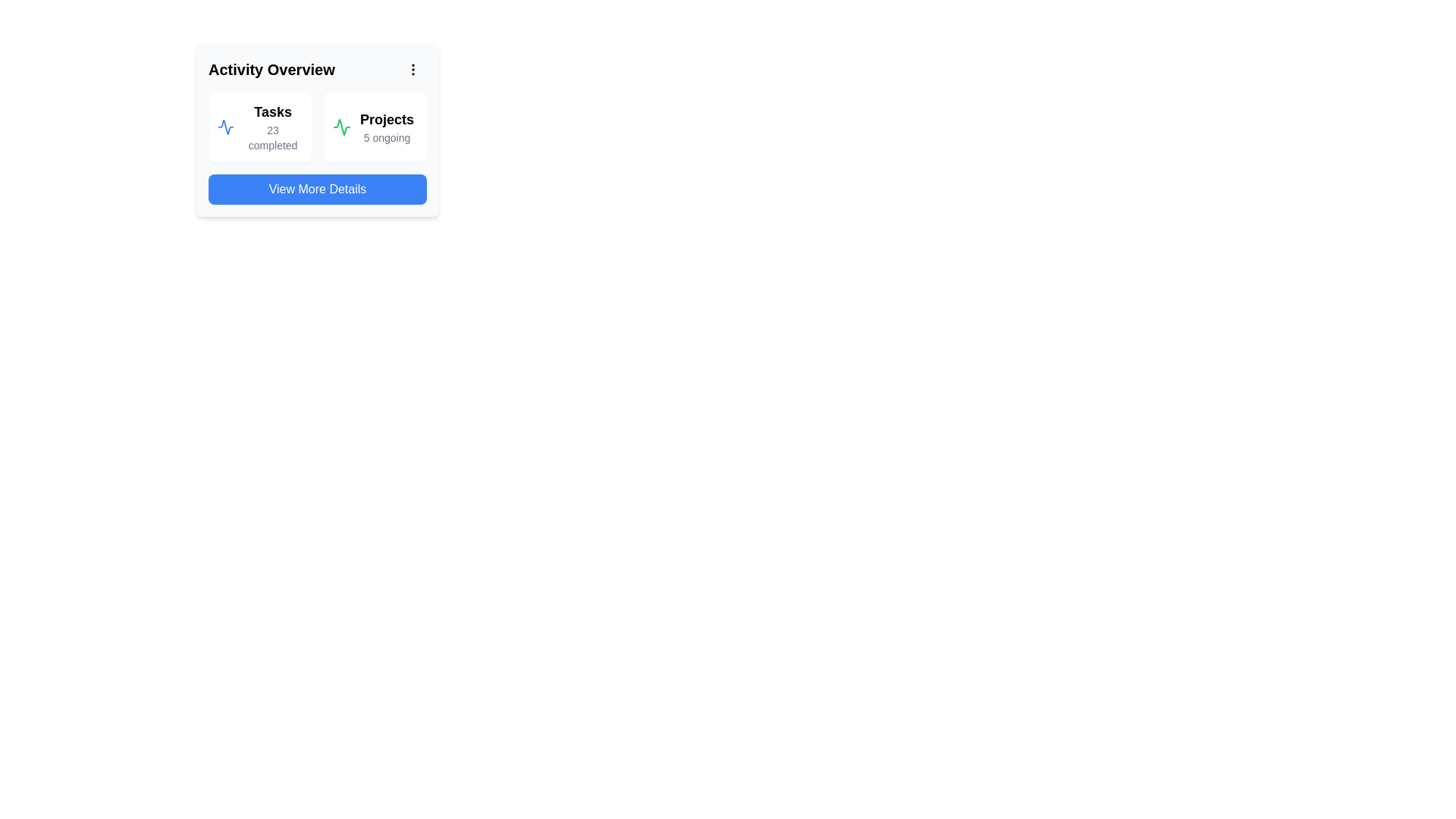  I want to click on the blue graphical icon resembling an activity graph located in the 'Tasks' section of the 'Activity Overview' card for accessibility, so click(225, 127).